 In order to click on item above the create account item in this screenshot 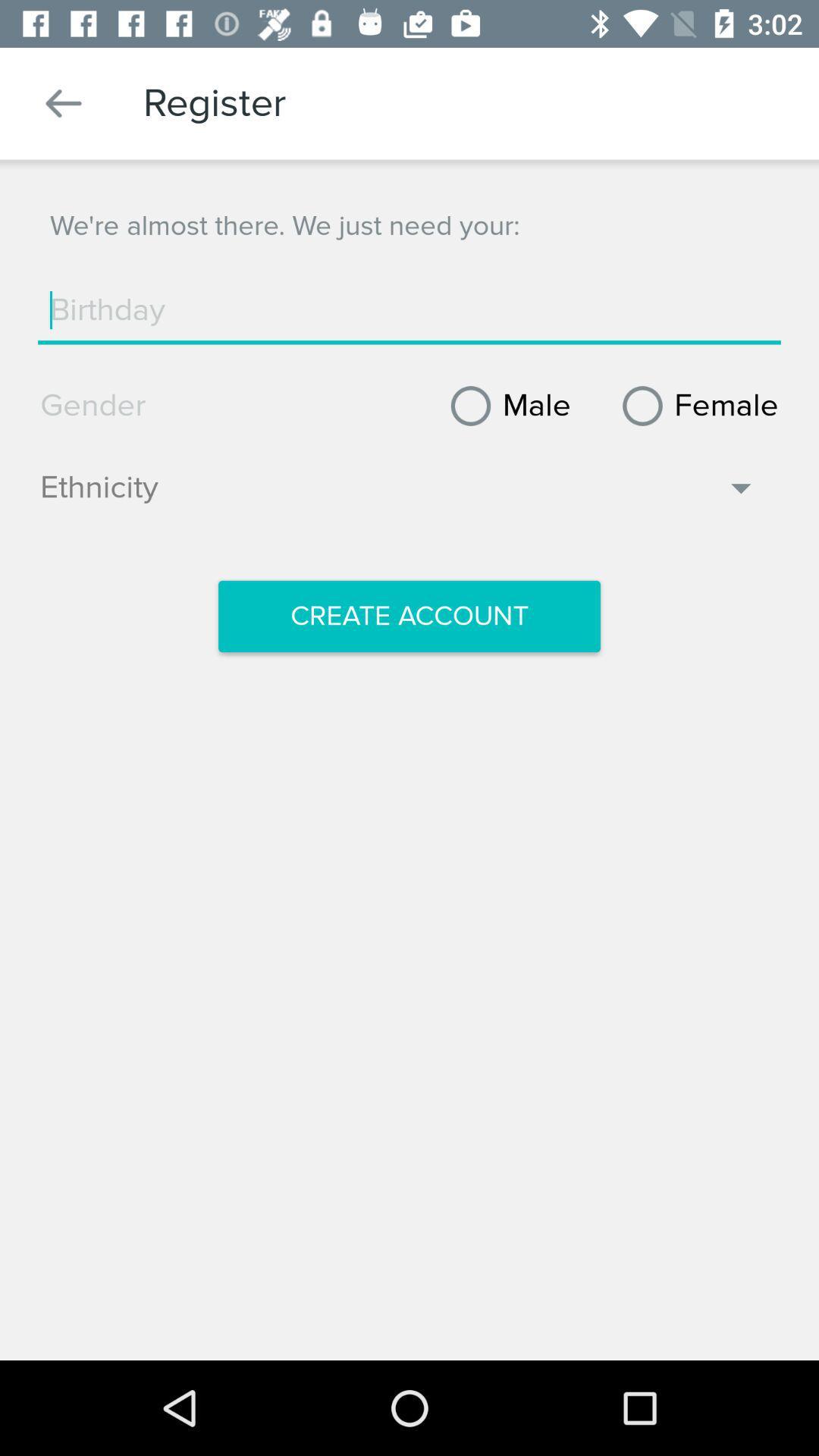, I will do `click(398, 495)`.